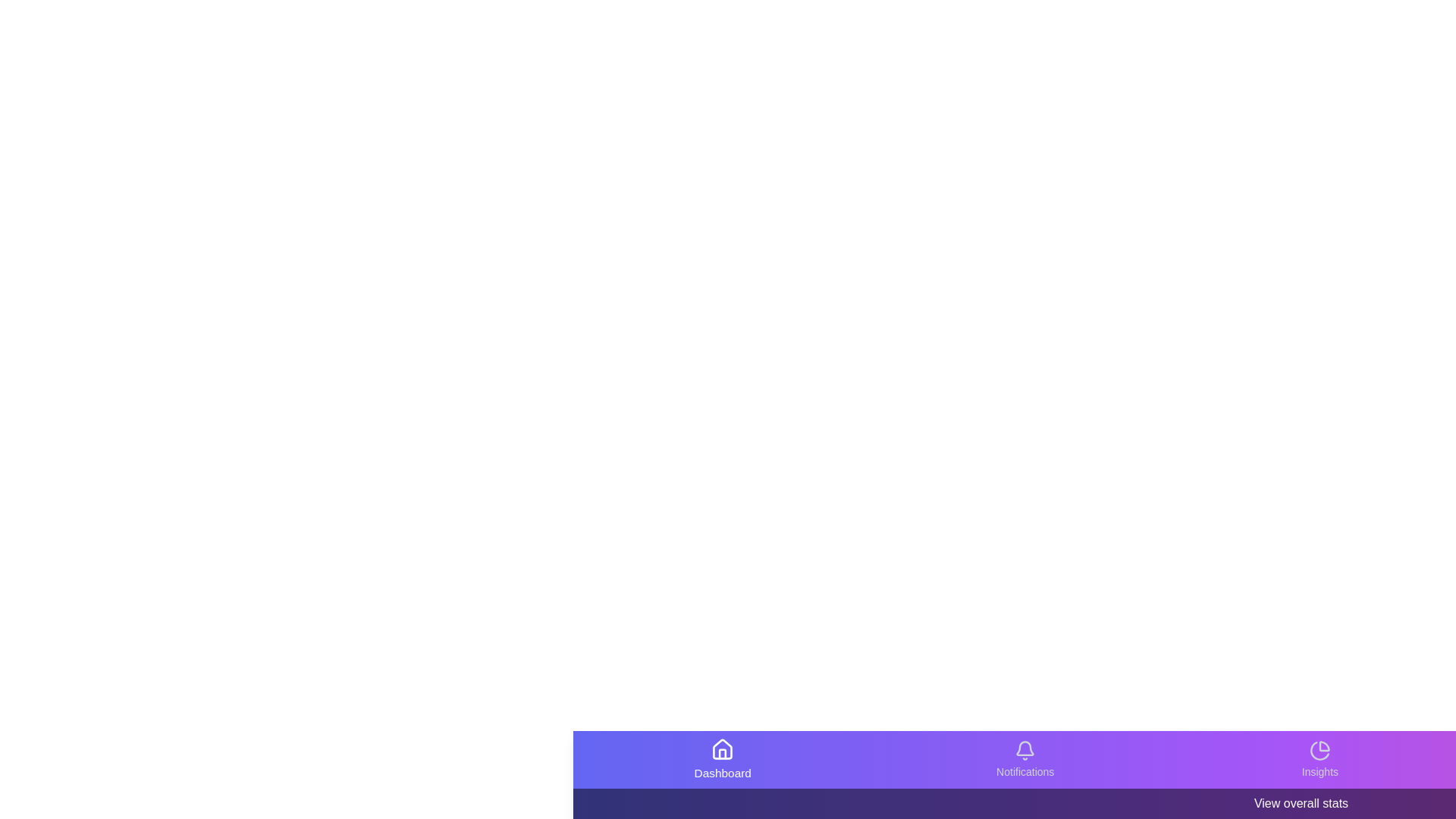 Image resolution: width=1456 pixels, height=819 pixels. What do you see at coordinates (1318, 760) in the screenshot?
I see `the Insights icon in the bottom navigation bar` at bounding box center [1318, 760].